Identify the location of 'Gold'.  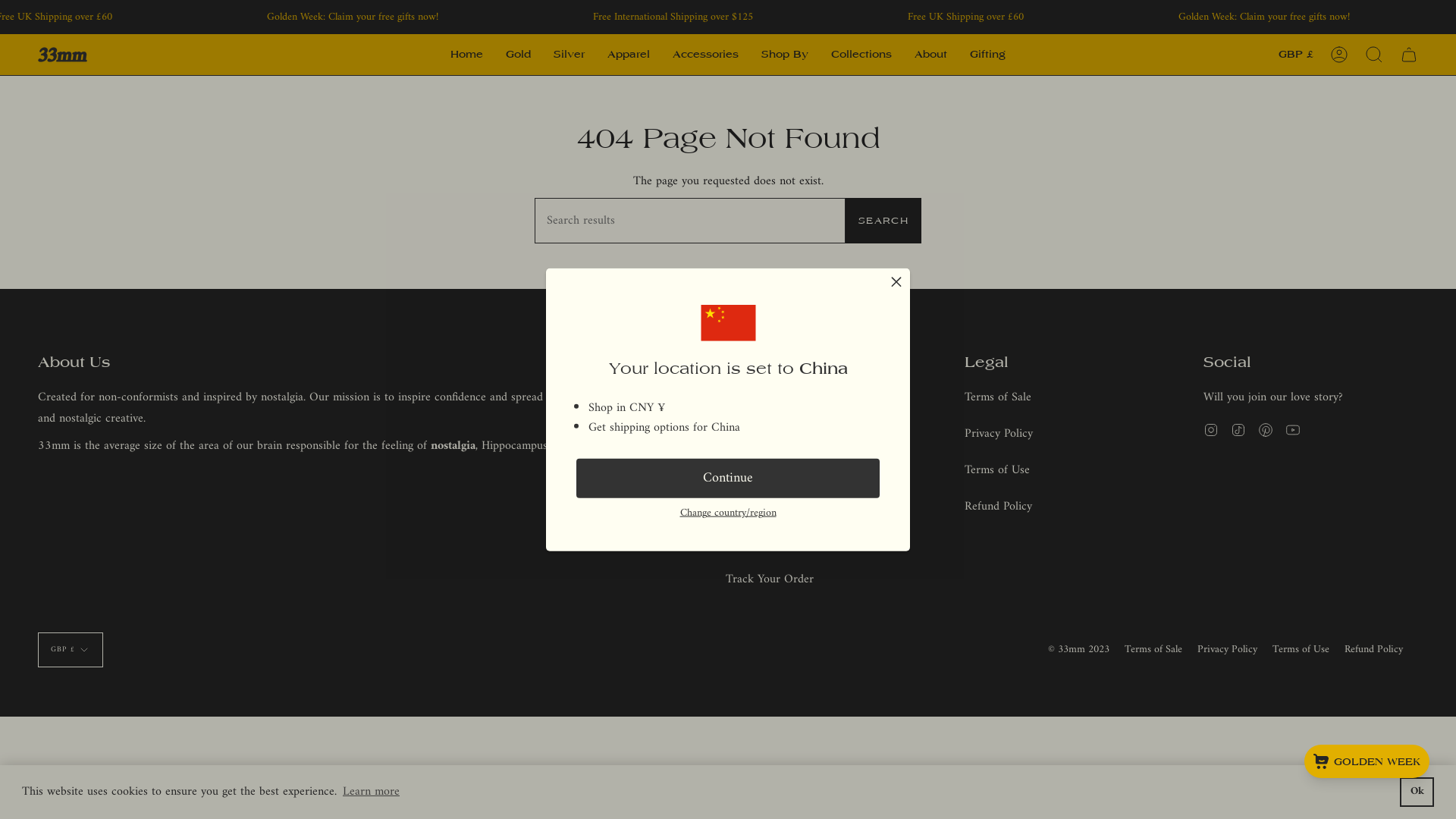
(518, 54).